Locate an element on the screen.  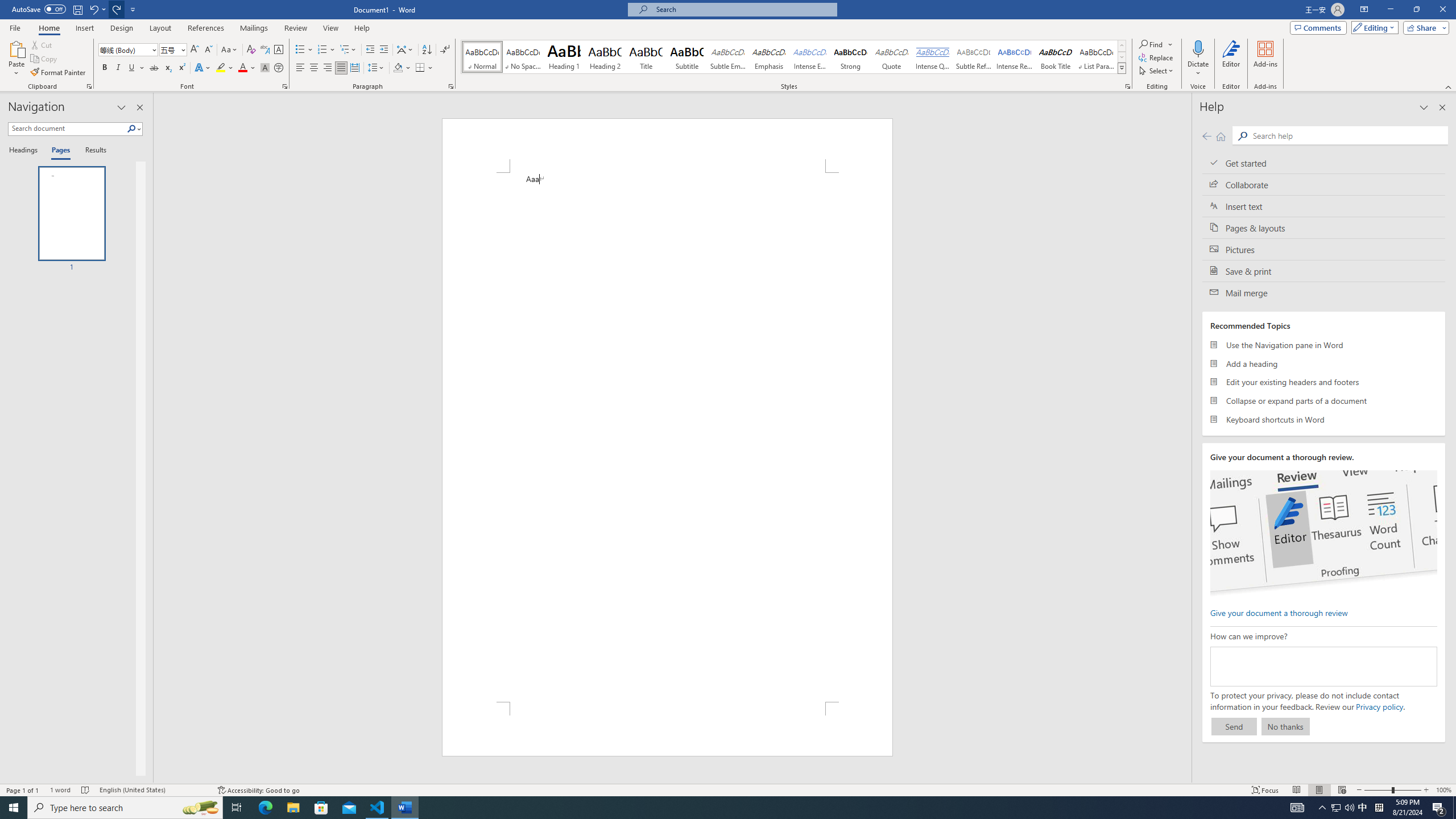
'Editor' is located at coordinates (1231, 59).